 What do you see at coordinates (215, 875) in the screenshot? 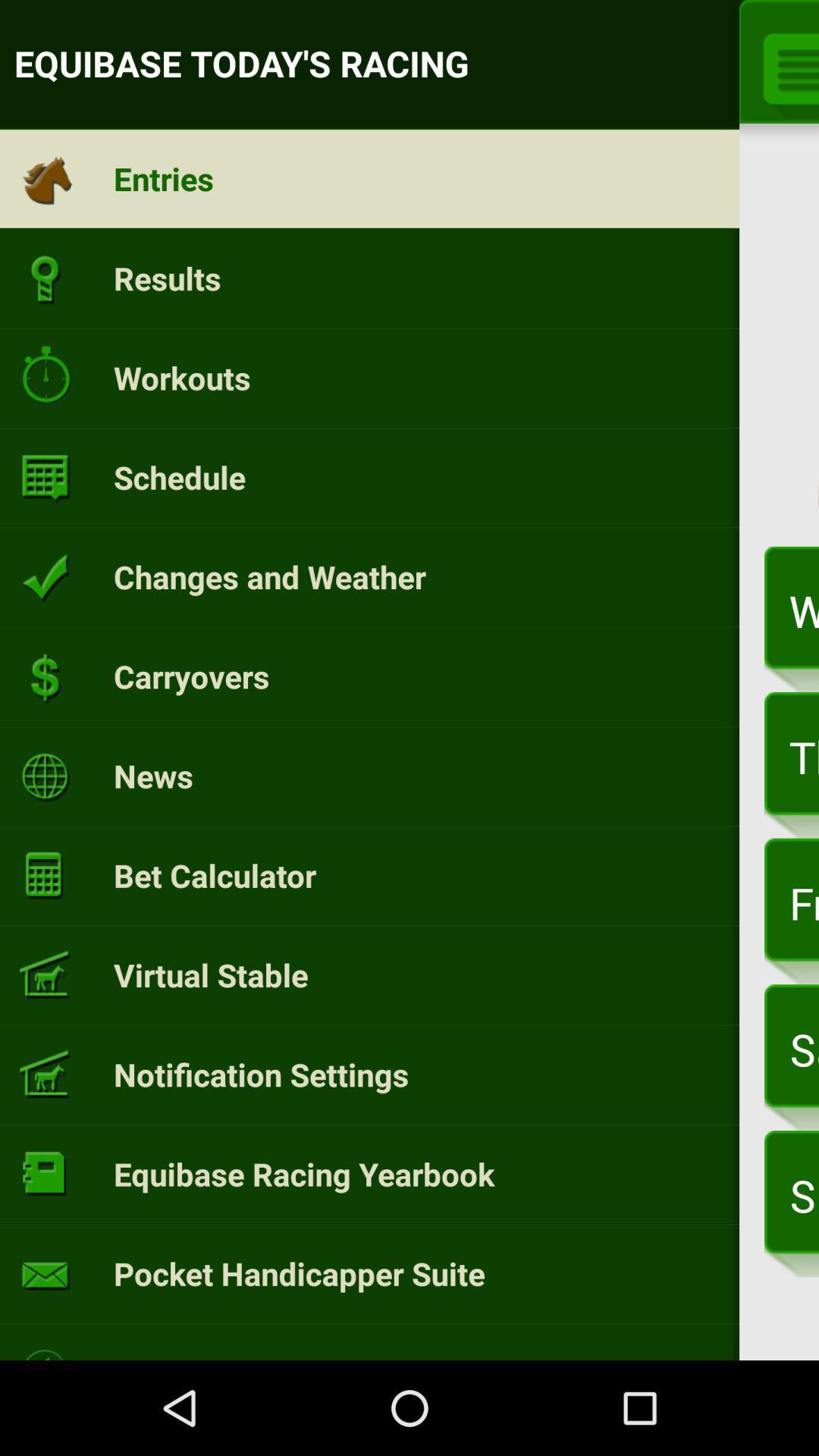
I see `the bet calculator icon` at bounding box center [215, 875].